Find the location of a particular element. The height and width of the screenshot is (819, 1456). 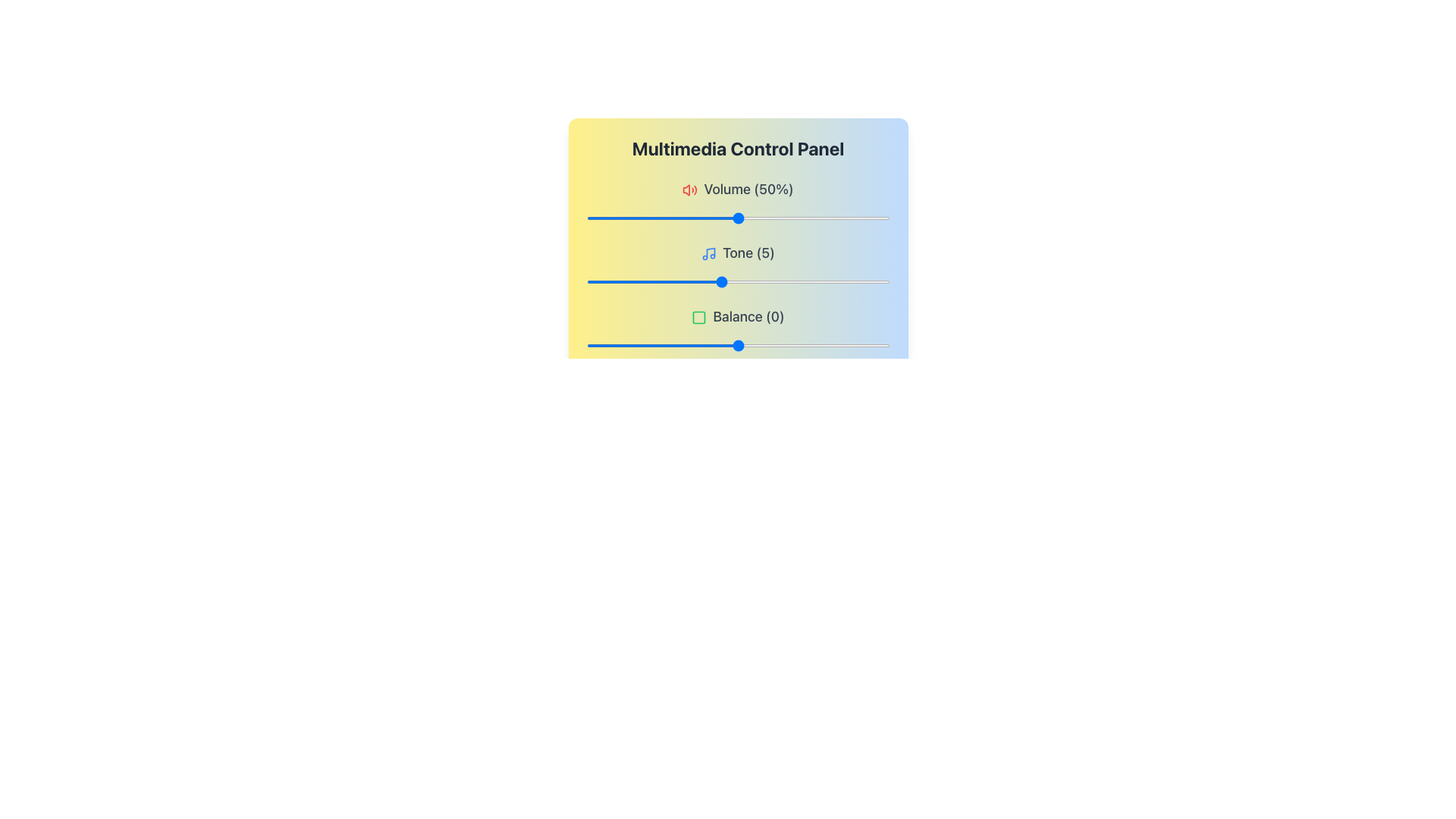

balance is located at coordinates (588, 345).